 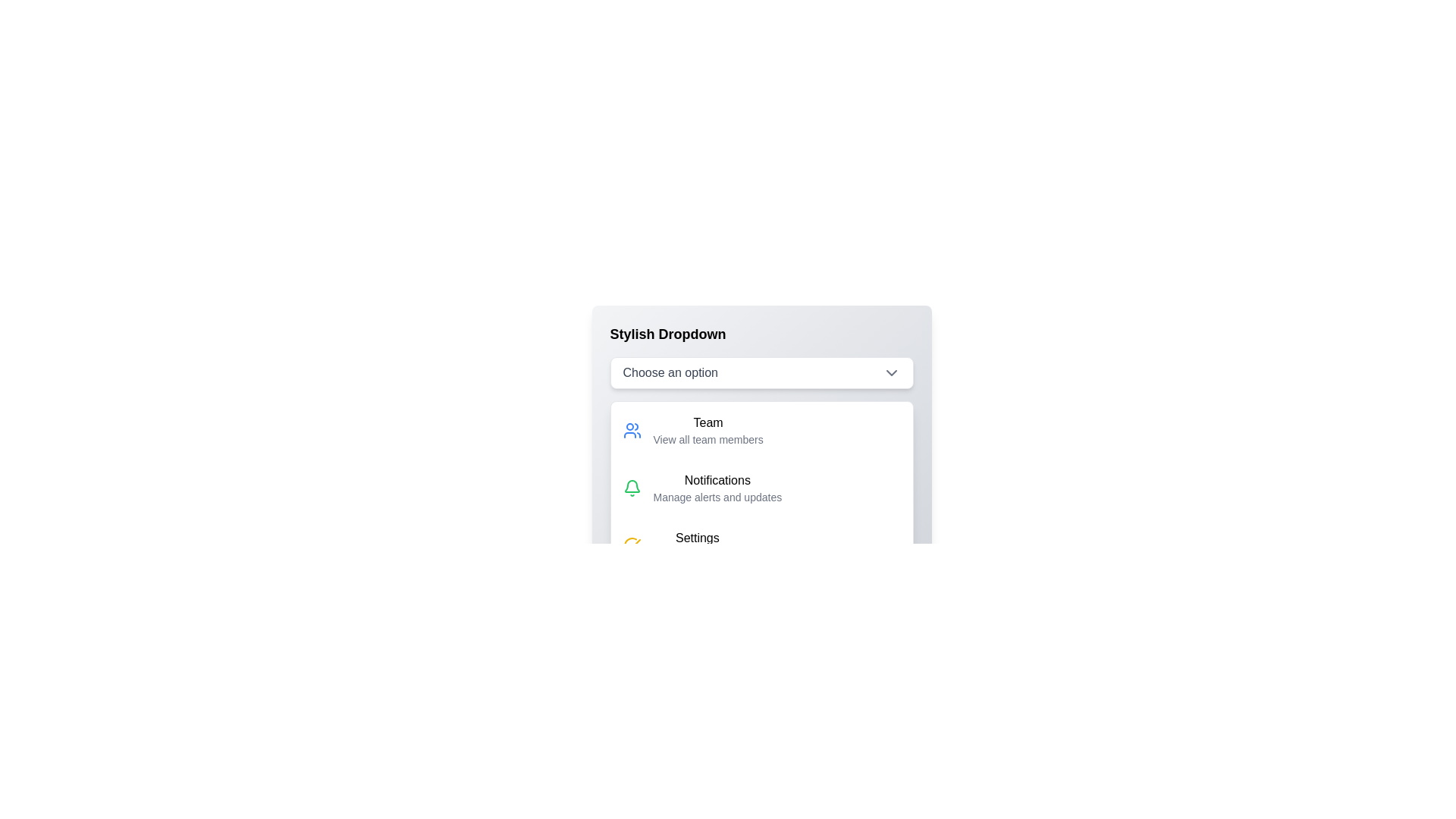 I want to click on the dropdown menu labeled 'Choose an option', so click(x=761, y=373).